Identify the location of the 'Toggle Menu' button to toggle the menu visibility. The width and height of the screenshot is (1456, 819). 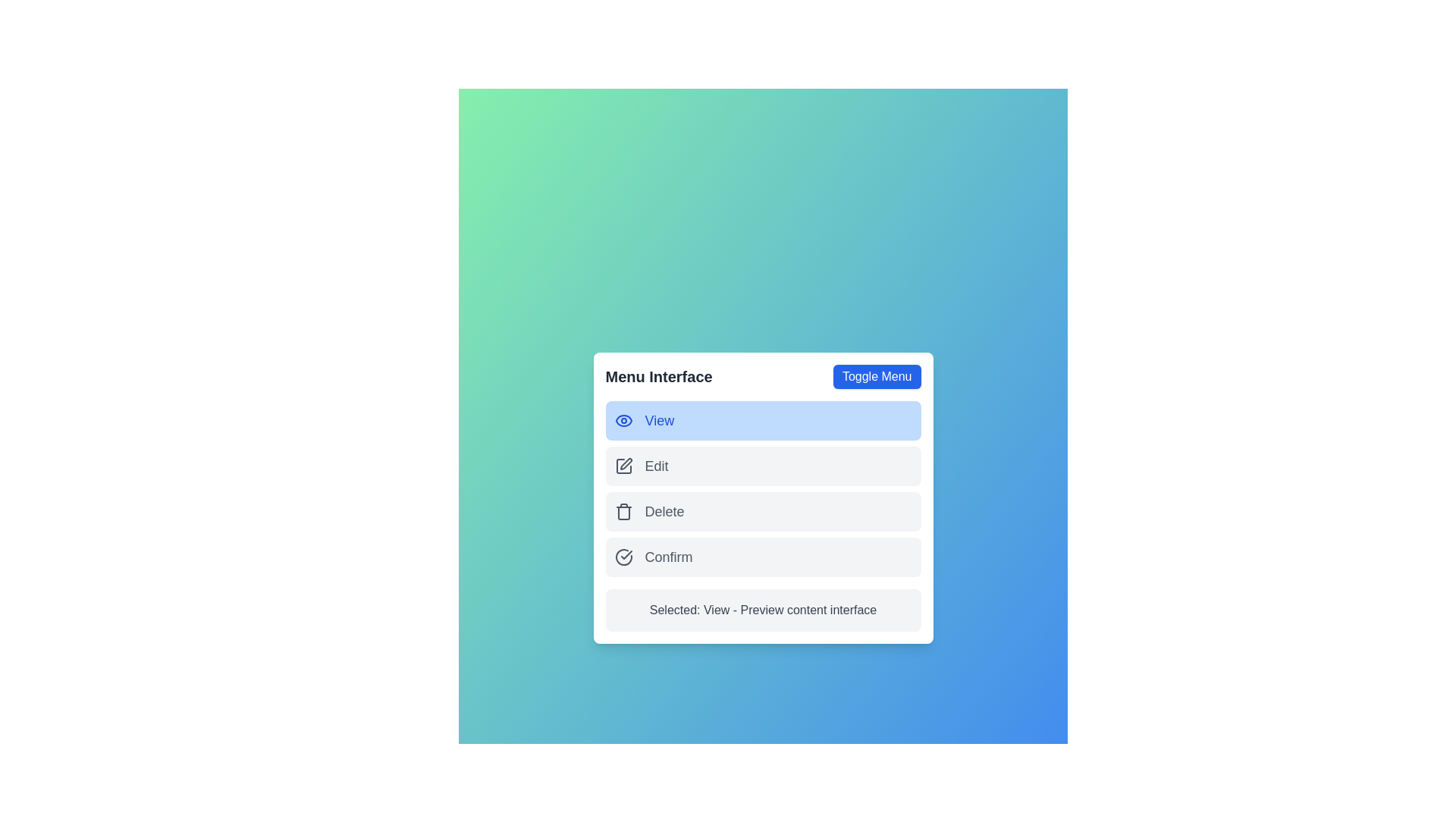
(877, 376).